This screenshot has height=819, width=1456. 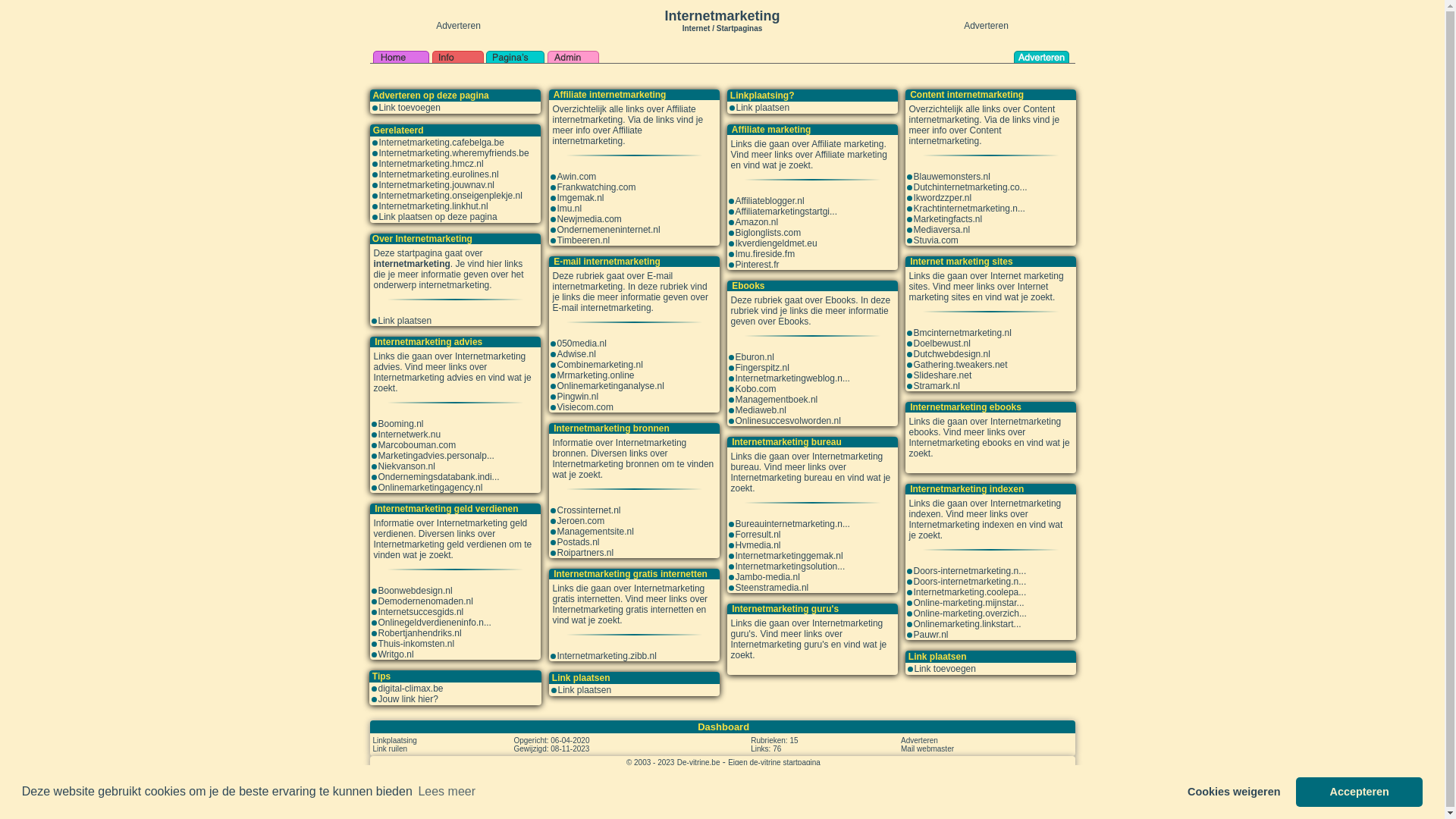 I want to click on 'Mail webmaster', so click(x=901, y=748).